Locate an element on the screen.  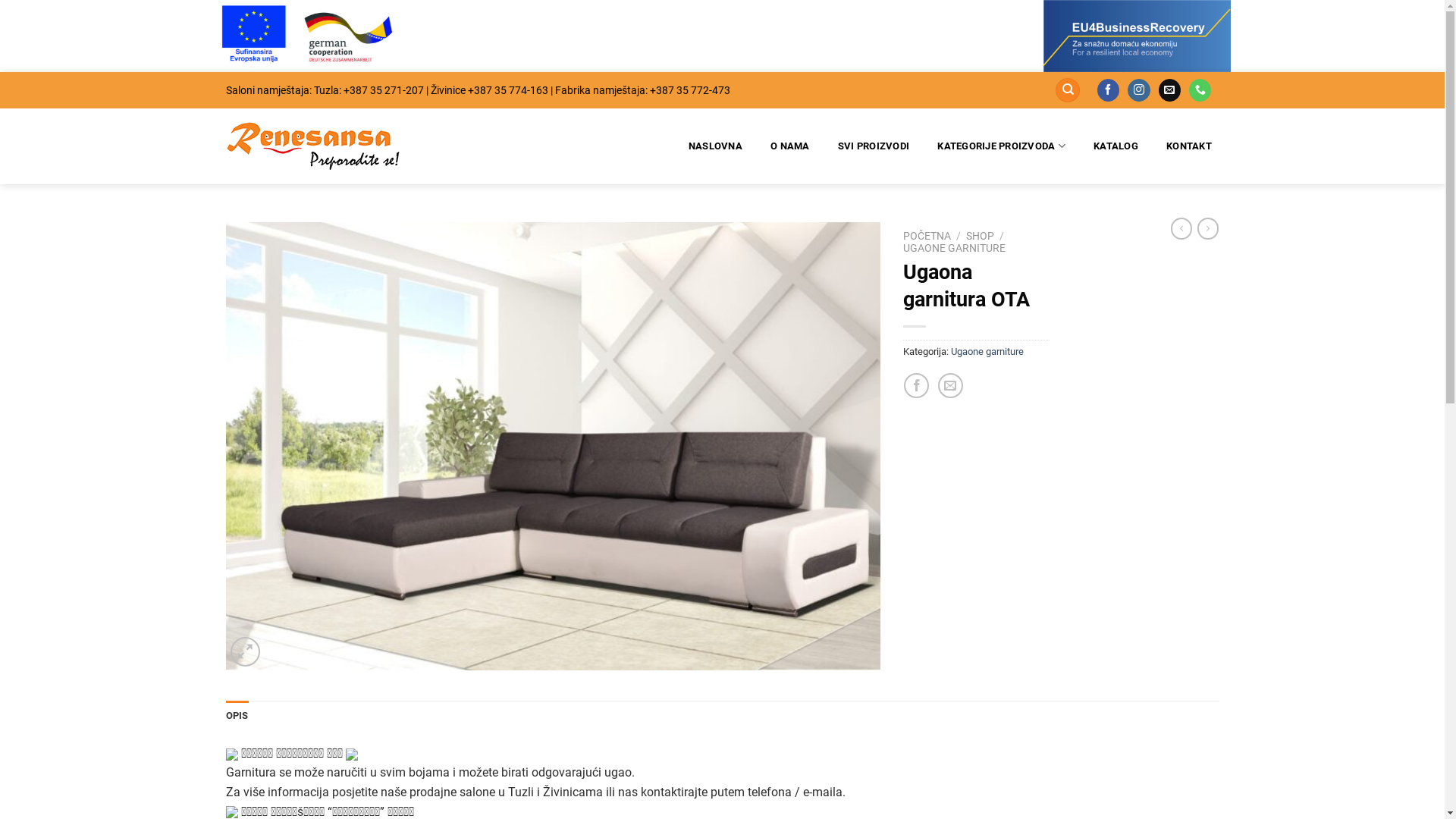
'UGAONE GARNITURE' is located at coordinates (902, 247).